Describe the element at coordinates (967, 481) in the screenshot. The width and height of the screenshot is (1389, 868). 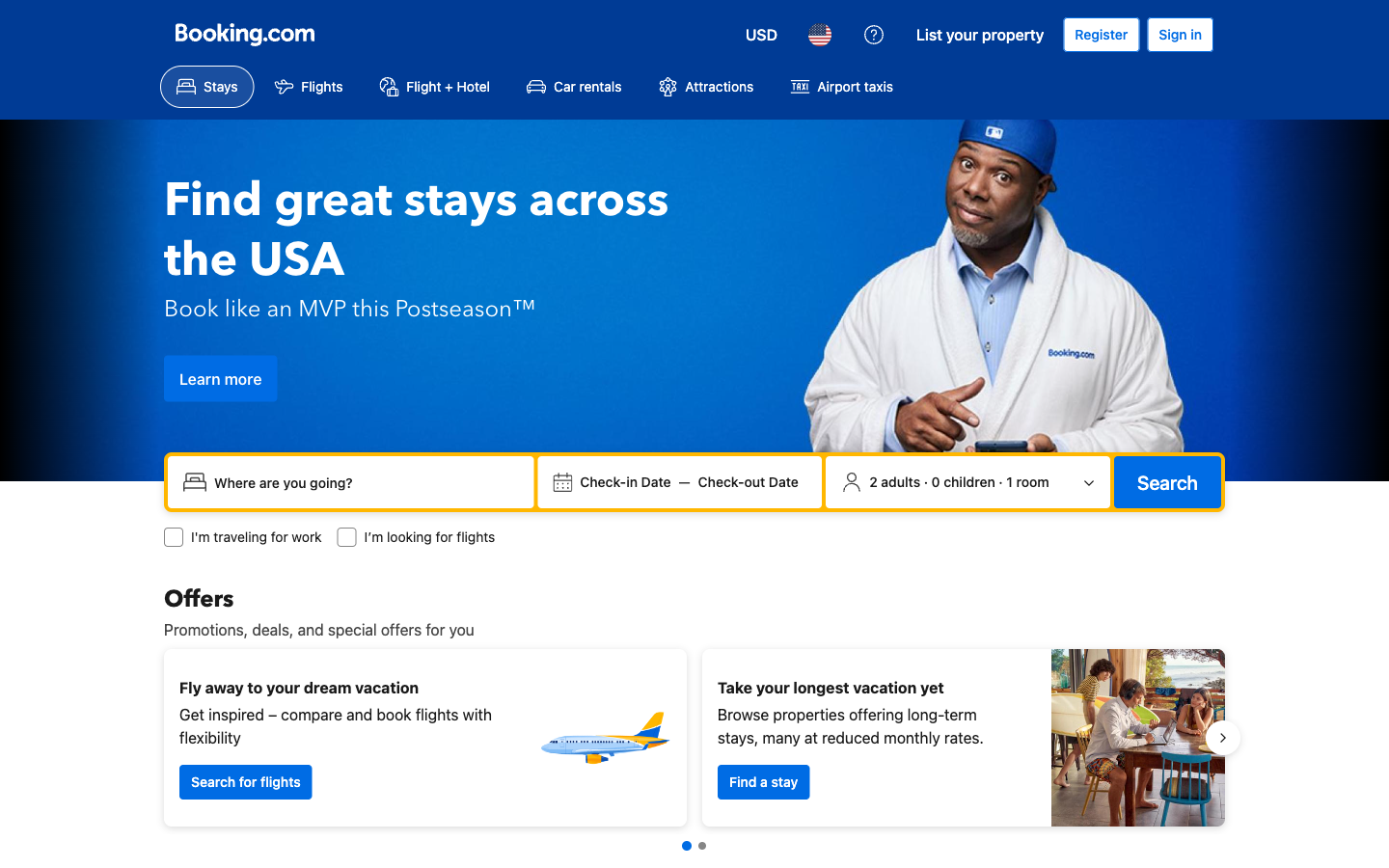
I see `Update the number of inhabitants in the room` at that location.